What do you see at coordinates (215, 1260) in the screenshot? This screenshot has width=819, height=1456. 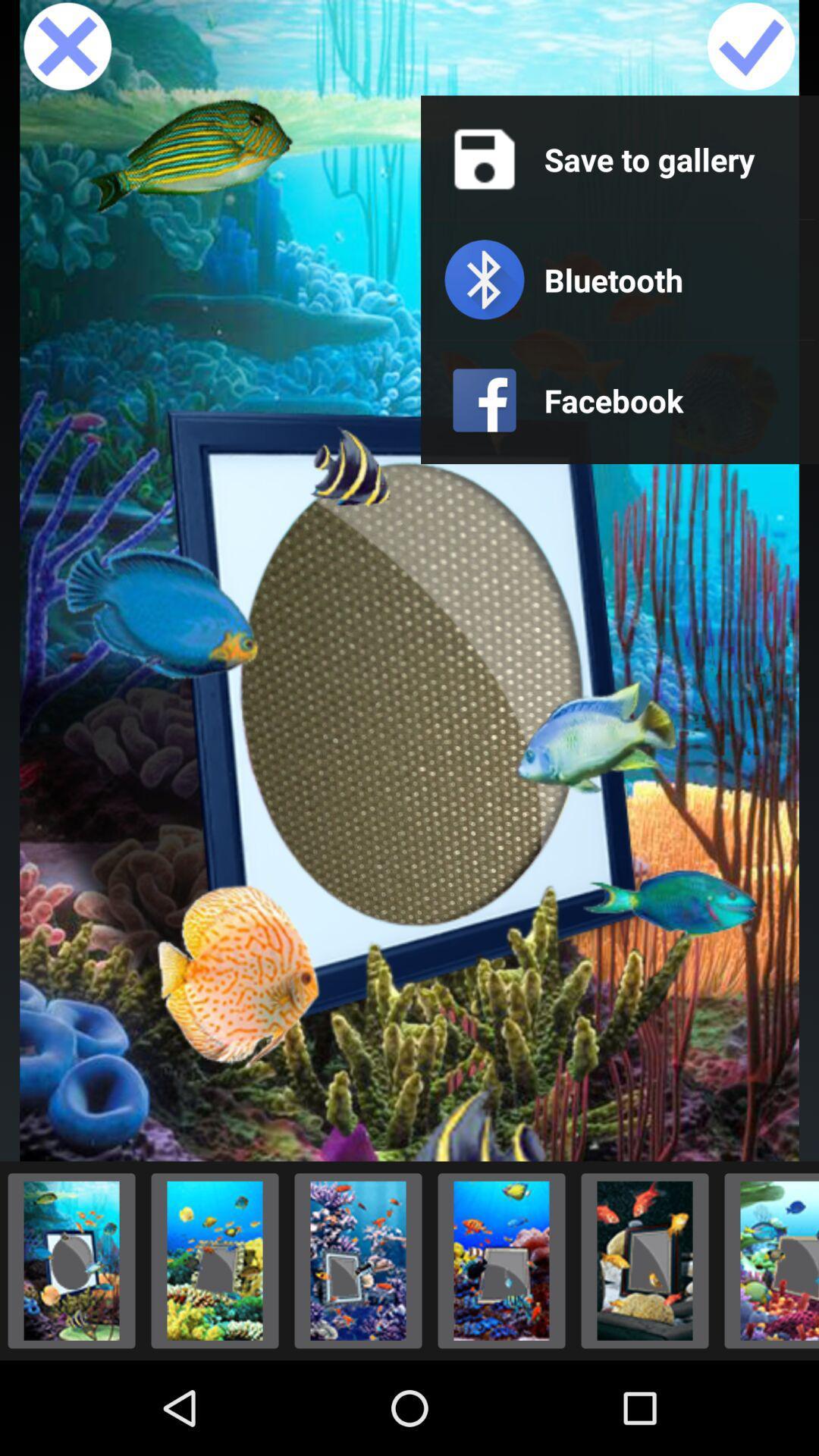 I see `wallpaper image` at bounding box center [215, 1260].